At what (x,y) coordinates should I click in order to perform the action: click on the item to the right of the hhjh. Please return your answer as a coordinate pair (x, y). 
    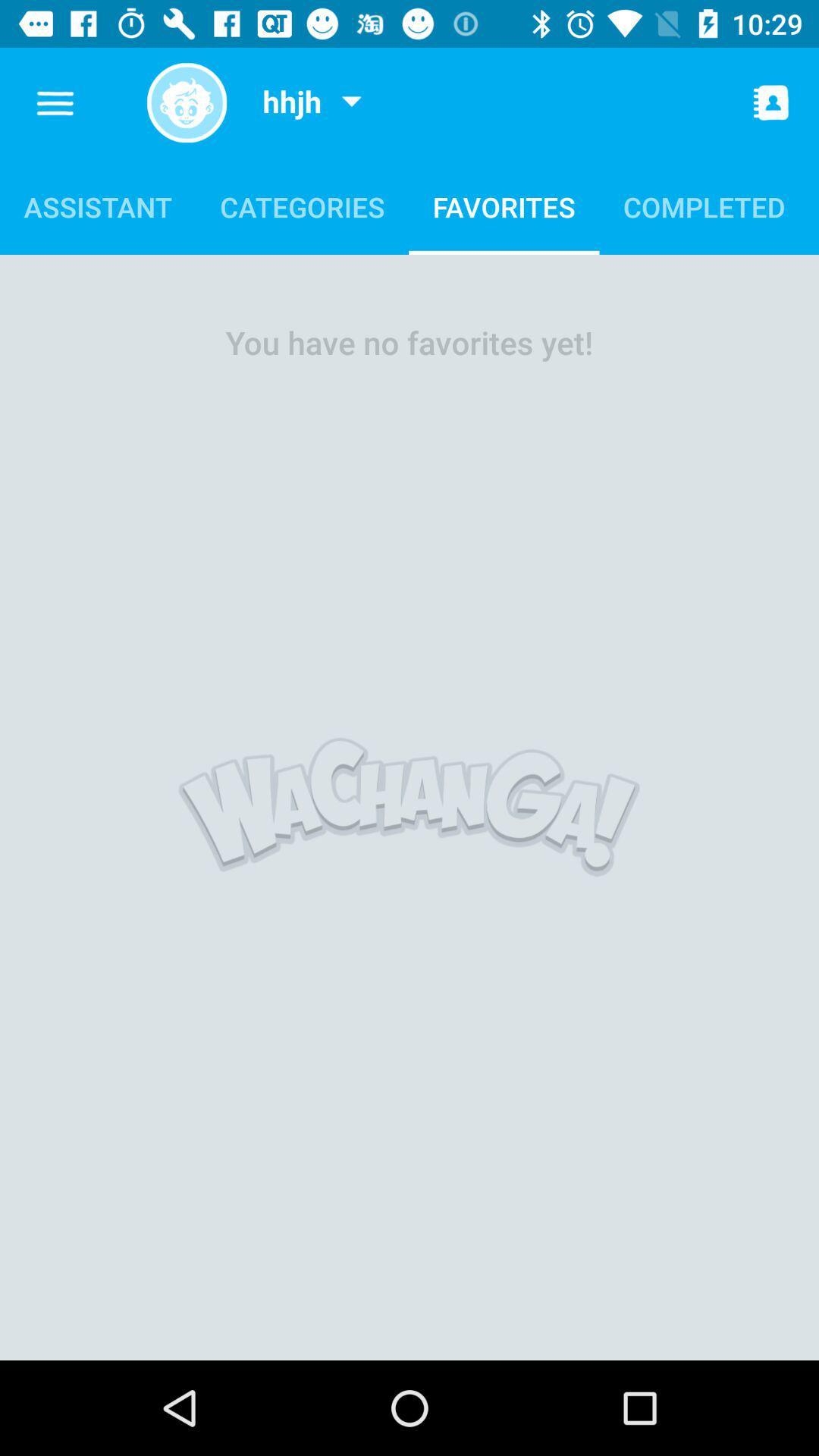
    Looking at the image, I should click on (351, 102).